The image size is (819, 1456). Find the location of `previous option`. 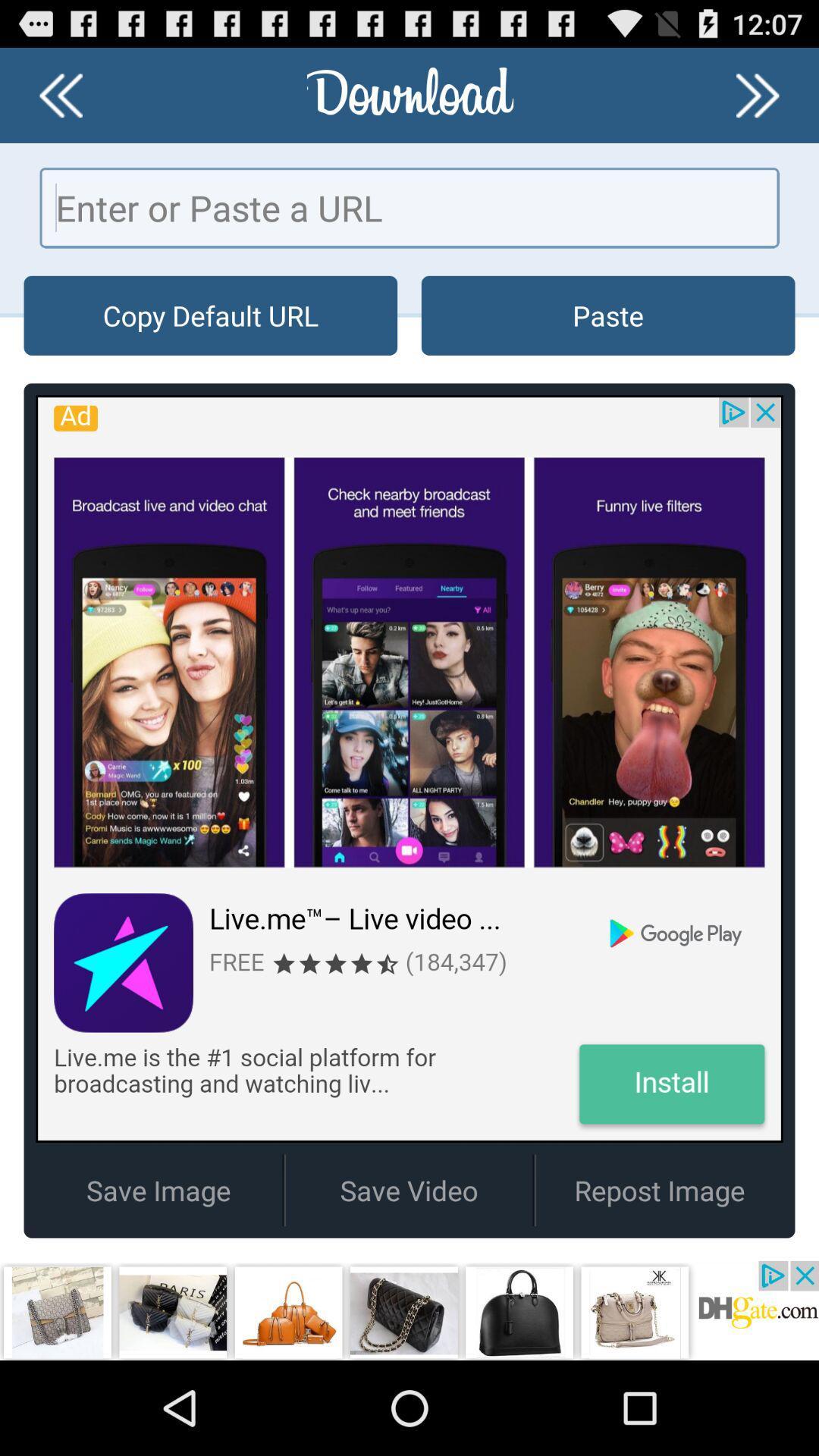

previous option is located at coordinates (60, 94).